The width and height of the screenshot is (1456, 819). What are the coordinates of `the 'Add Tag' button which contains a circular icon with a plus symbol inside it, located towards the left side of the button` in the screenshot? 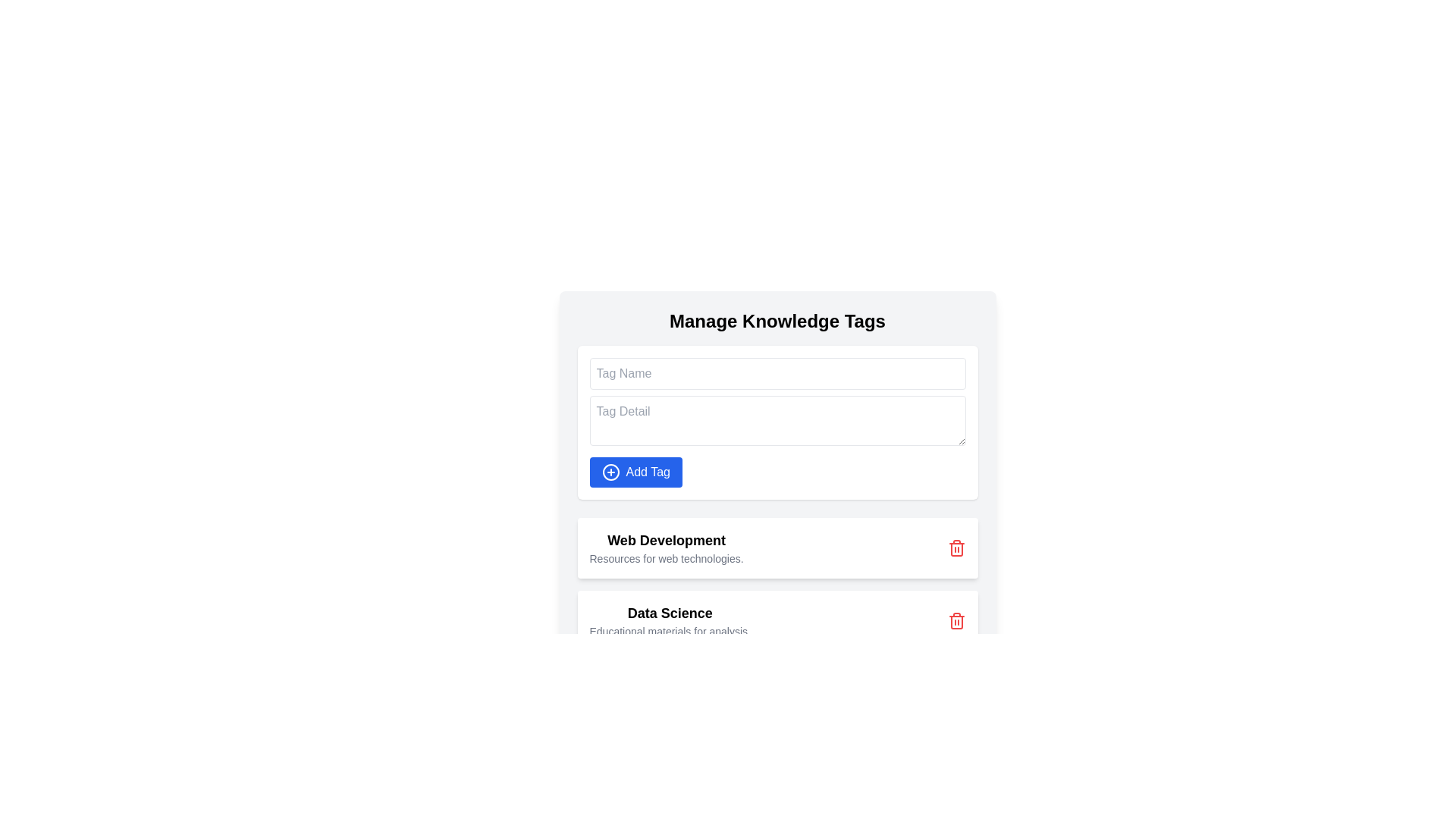 It's located at (610, 472).